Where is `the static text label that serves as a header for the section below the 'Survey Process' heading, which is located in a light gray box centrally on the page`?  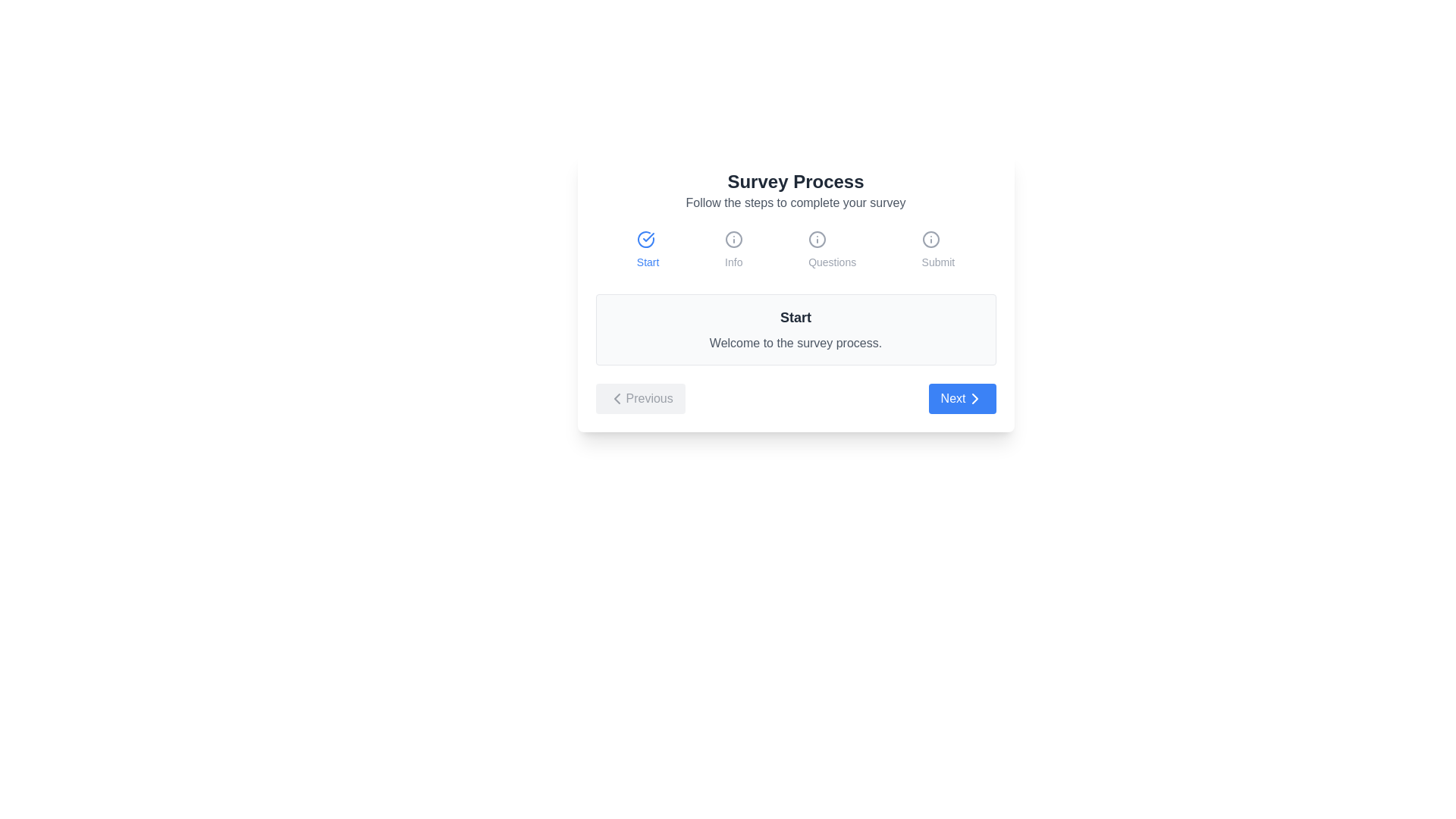 the static text label that serves as a header for the section below the 'Survey Process' heading, which is located in a light gray box centrally on the page is located at coordinates (795, 317).